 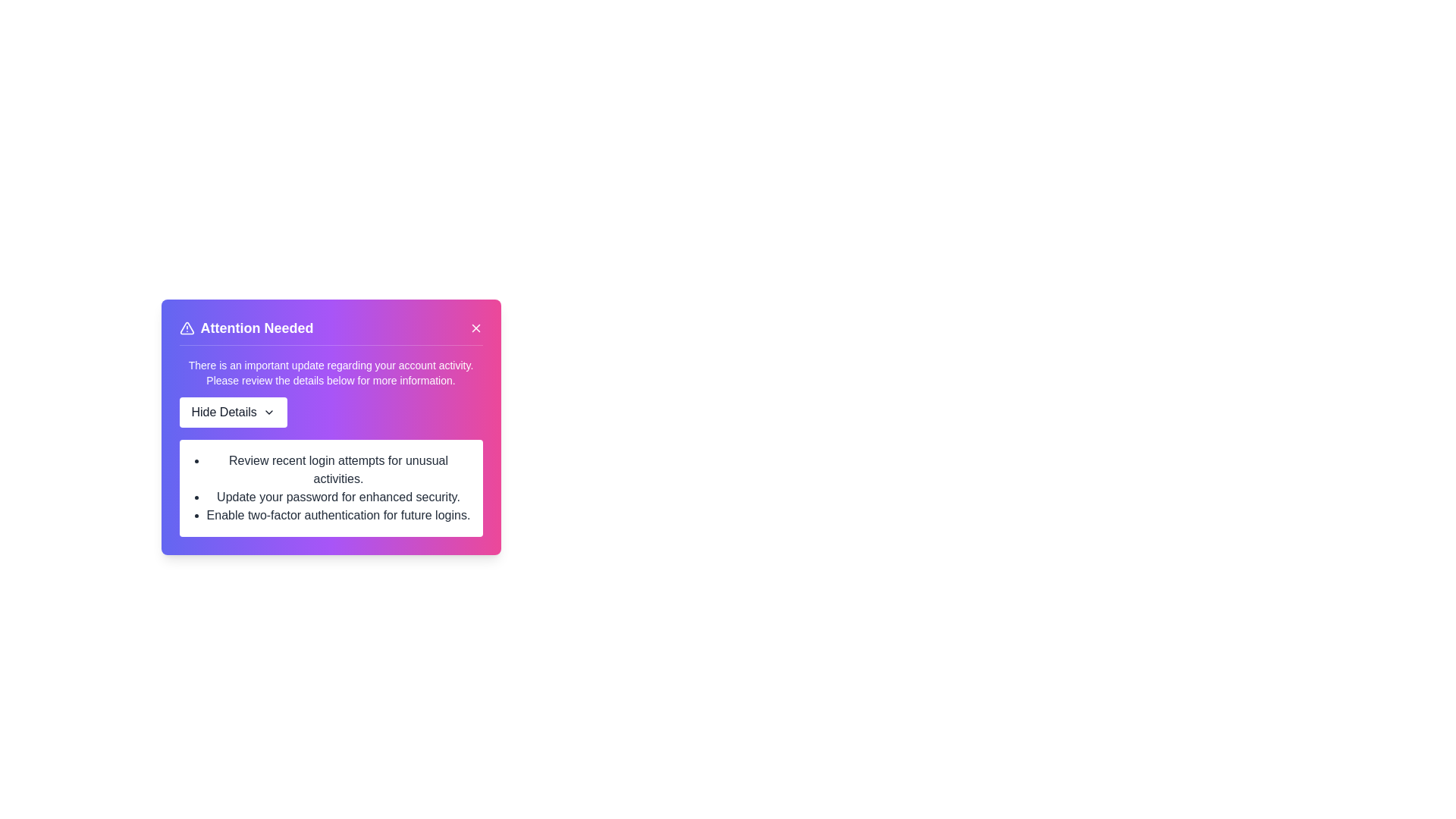 What do you see at coordinates (232, 412) in the screenshot?
I see `the 'Hide Details' button to toggle the visibility of additional details` at bounding box center [232, 412].